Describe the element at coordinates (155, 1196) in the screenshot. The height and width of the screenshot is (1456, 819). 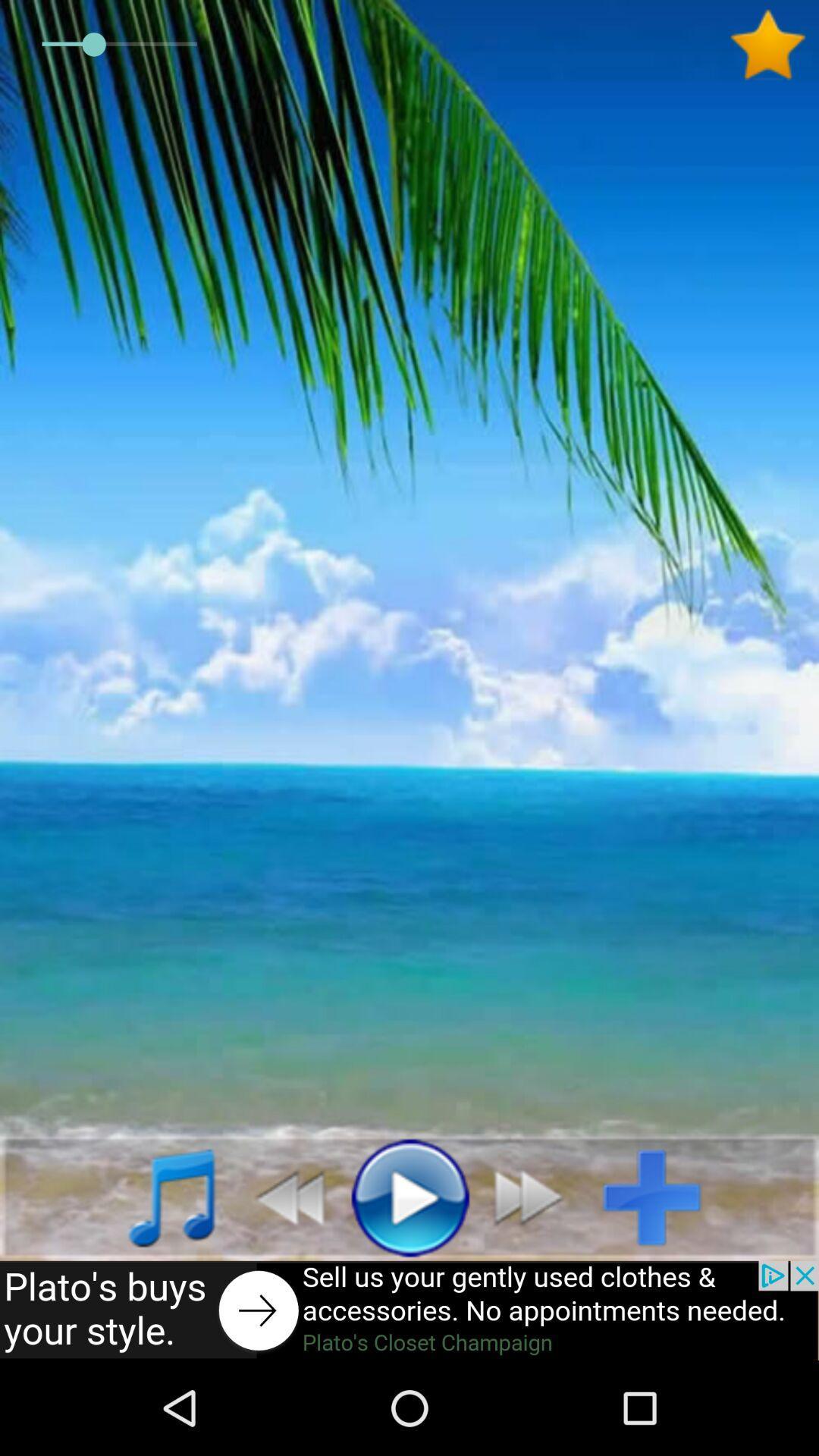
I see `music button` at that location.